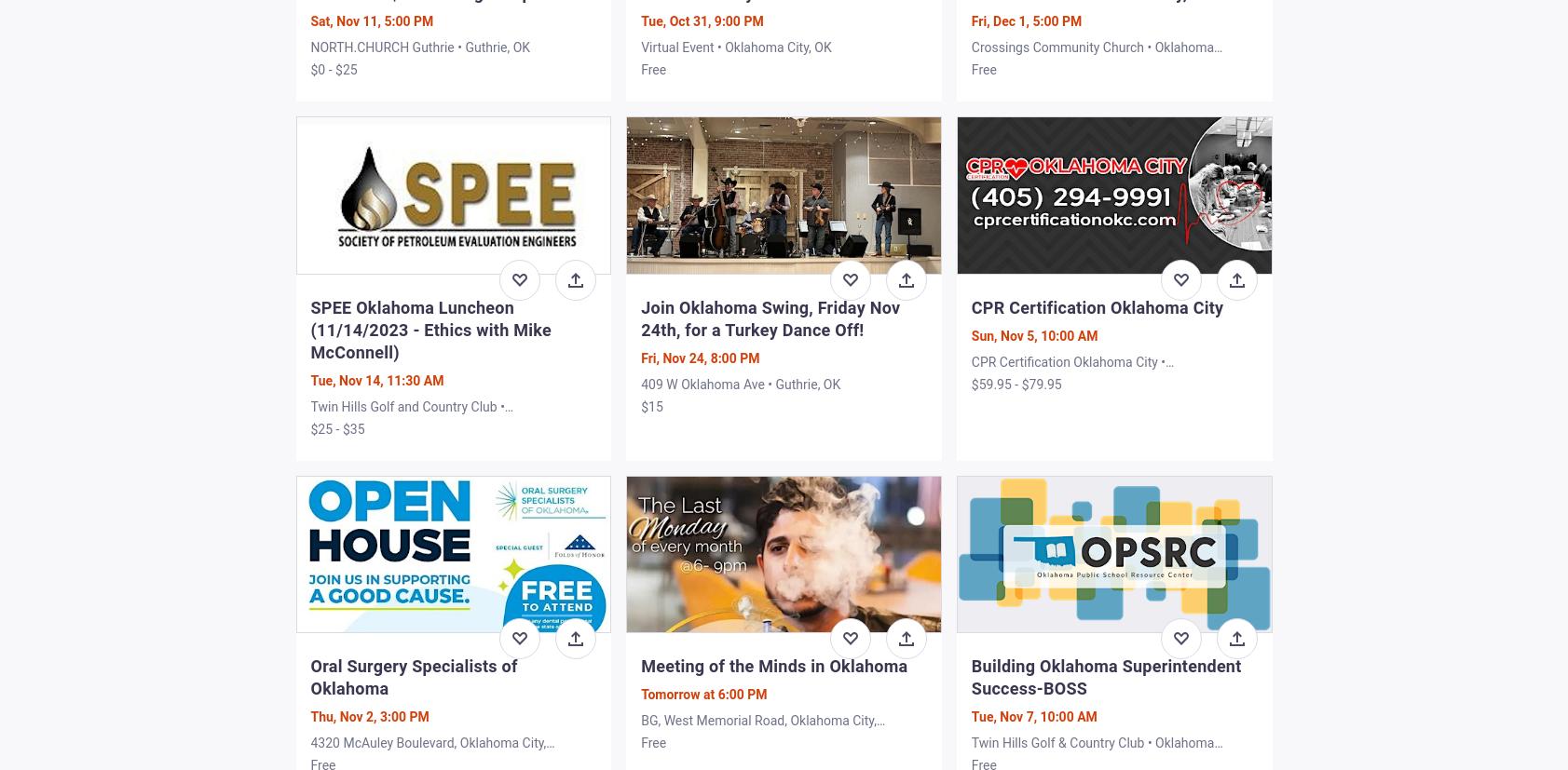 Image resolution: width=1568 pixels, height=770 pixels. What do you see at coordinates (1016, 384) in the screenshot?
I see `'$59.95 - $79.95'` at bounding box center [1016, 384].